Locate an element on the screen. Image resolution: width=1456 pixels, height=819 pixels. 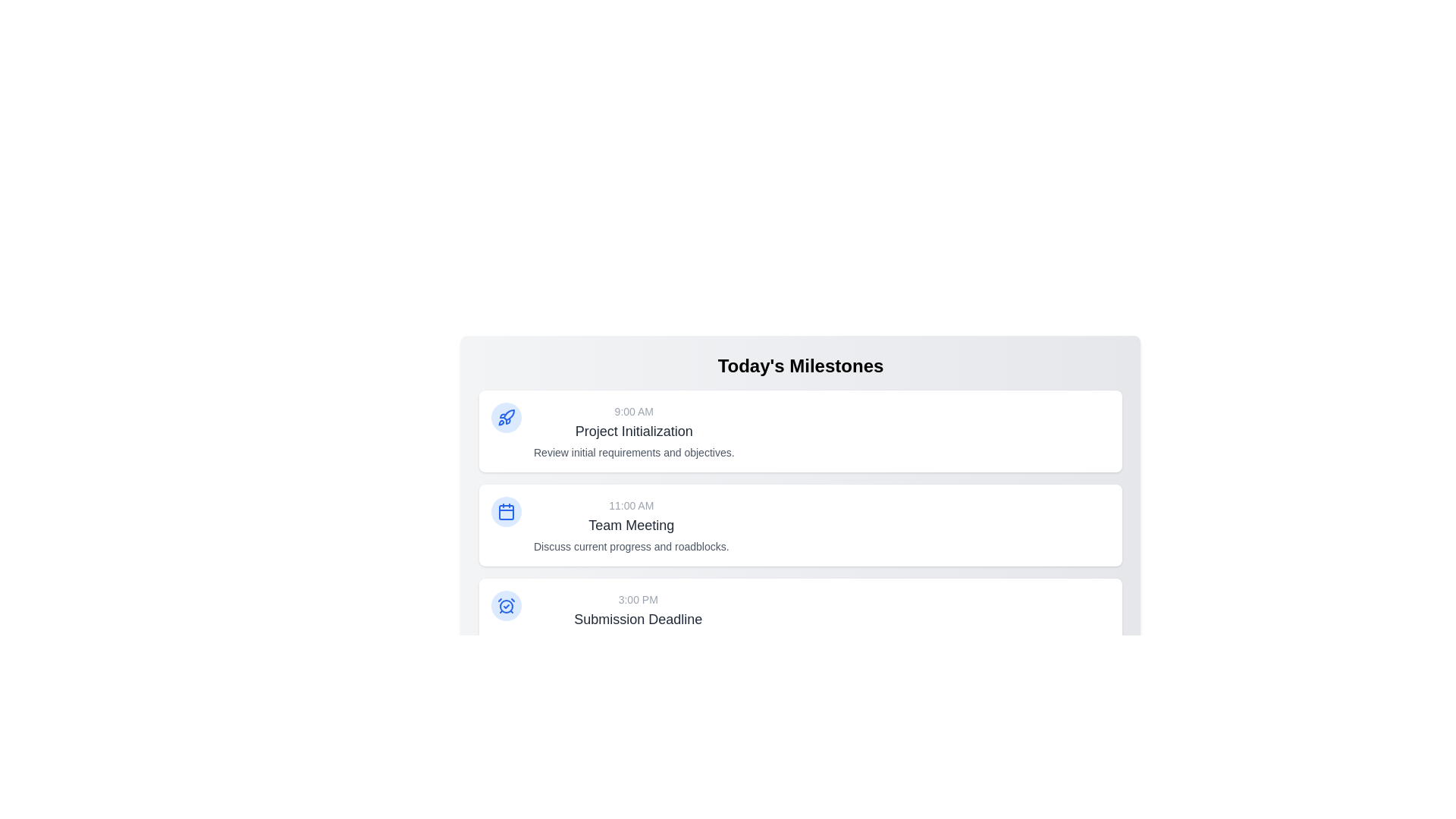
the second milestone card in the 'Today's Milestones' section, which displays details about a team meeting milestone is located at coordinates (800, 531).